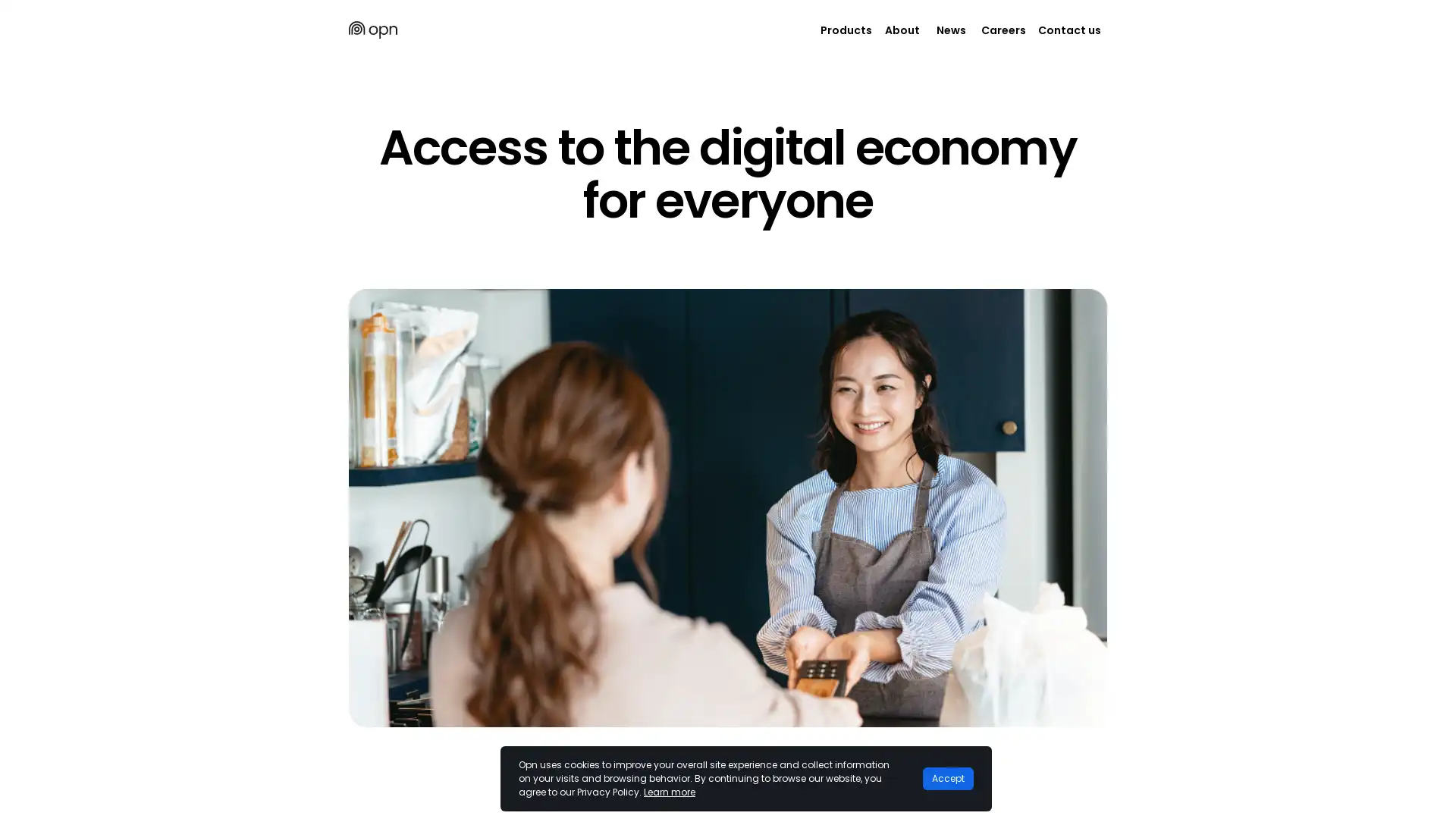  I want to click on About, so click(902, 30).